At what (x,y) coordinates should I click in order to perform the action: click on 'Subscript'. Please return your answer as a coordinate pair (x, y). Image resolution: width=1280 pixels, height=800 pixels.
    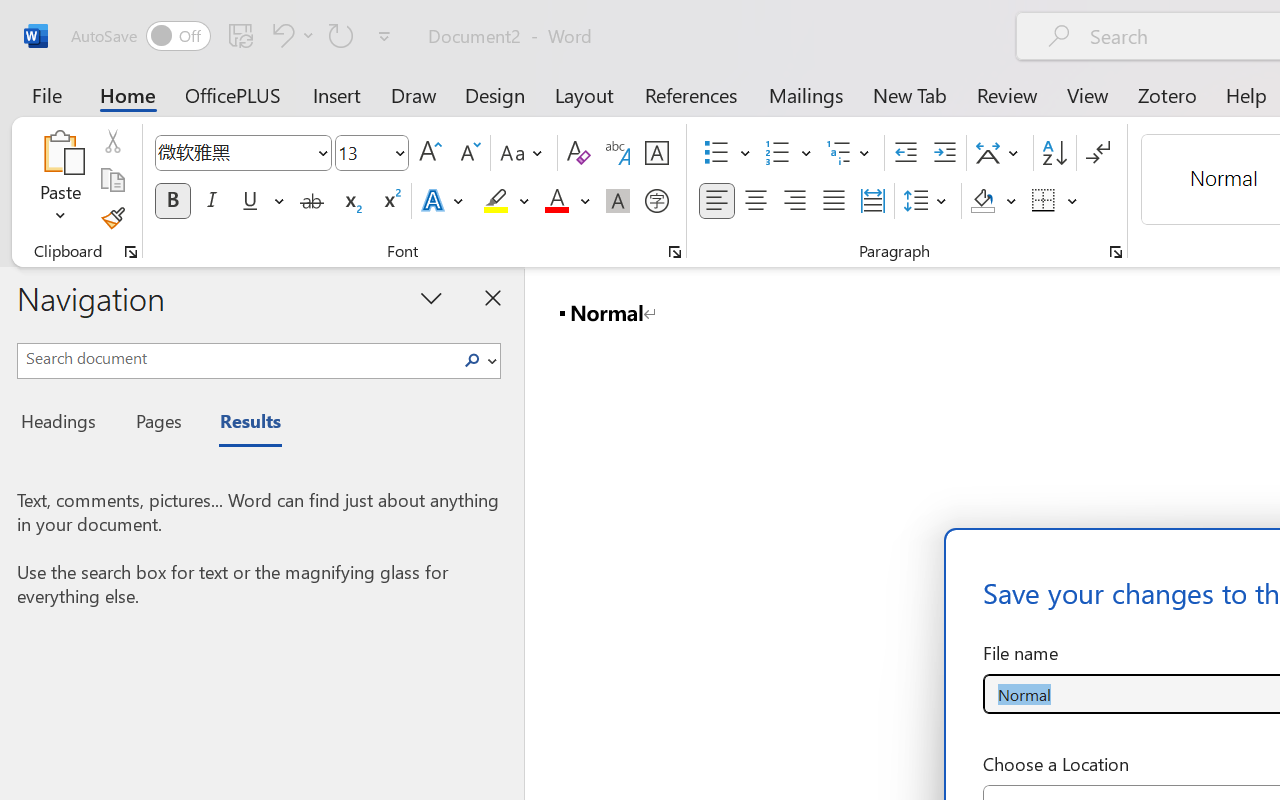
    Looking at the image, I should click on (350, 201).